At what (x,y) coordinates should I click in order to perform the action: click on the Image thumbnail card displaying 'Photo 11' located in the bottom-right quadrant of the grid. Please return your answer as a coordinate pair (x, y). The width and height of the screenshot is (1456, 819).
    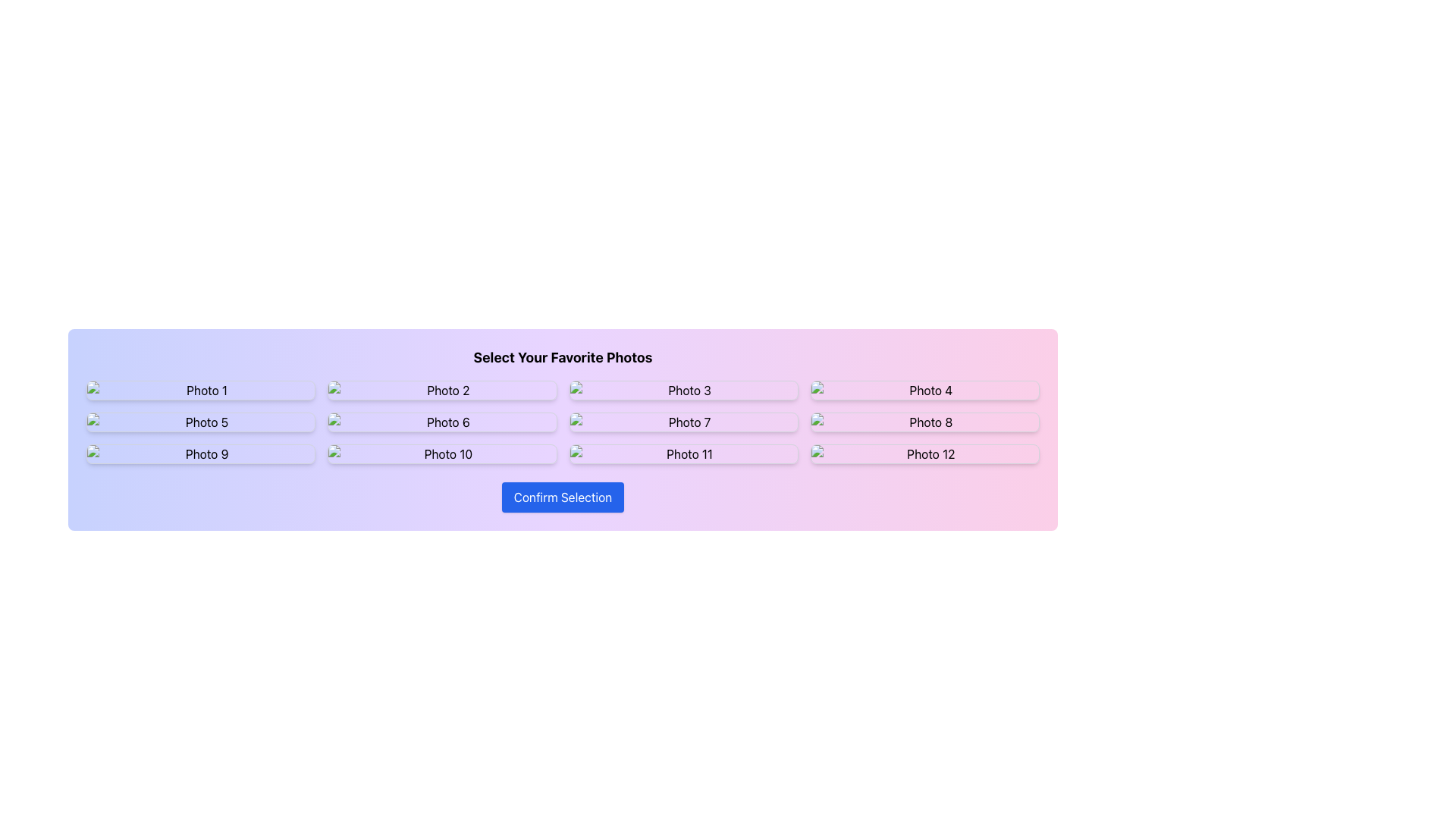
    Looking at the image, I should click on (682, 453).